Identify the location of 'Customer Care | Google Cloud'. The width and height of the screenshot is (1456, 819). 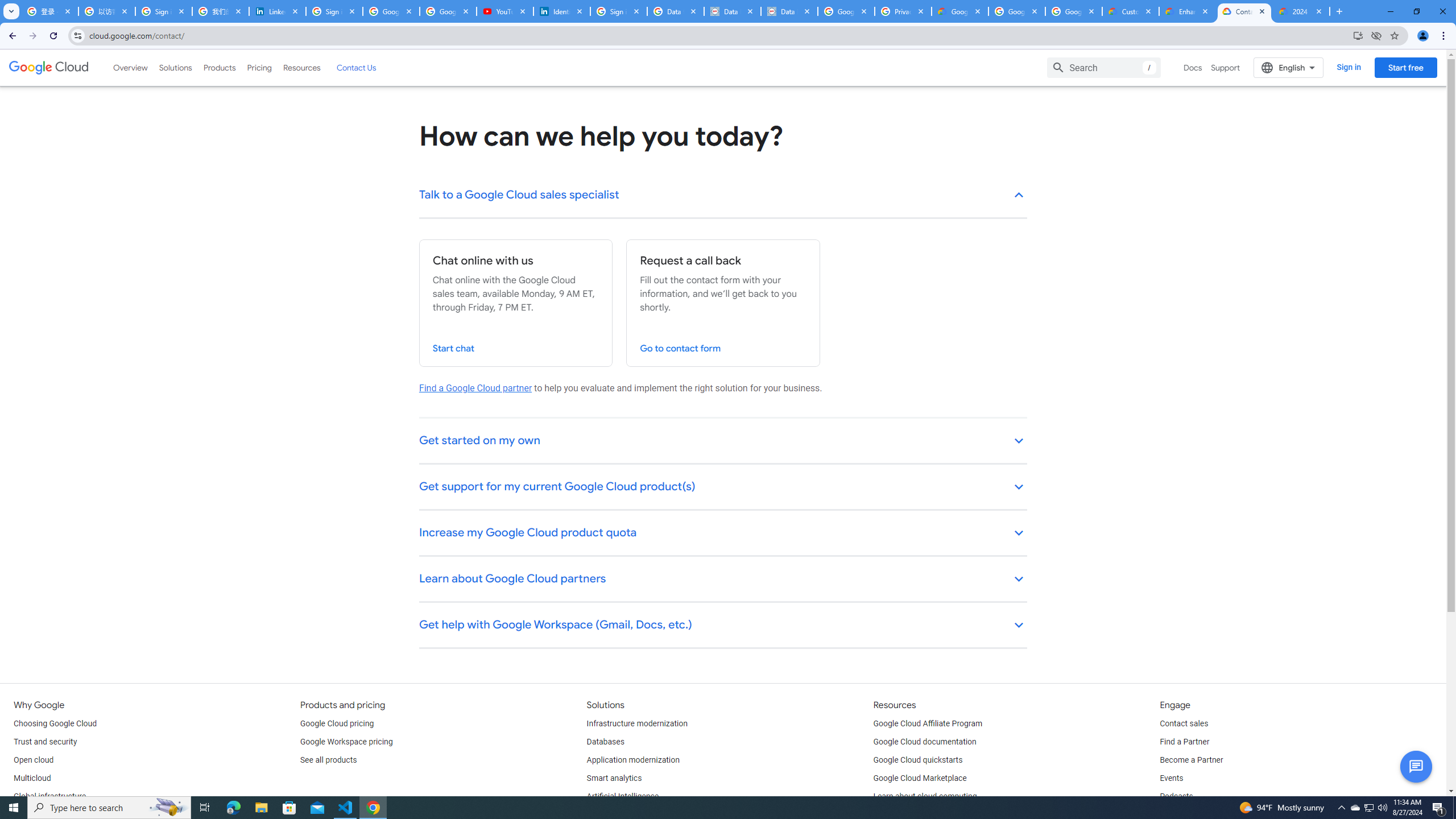
(1131, 11).